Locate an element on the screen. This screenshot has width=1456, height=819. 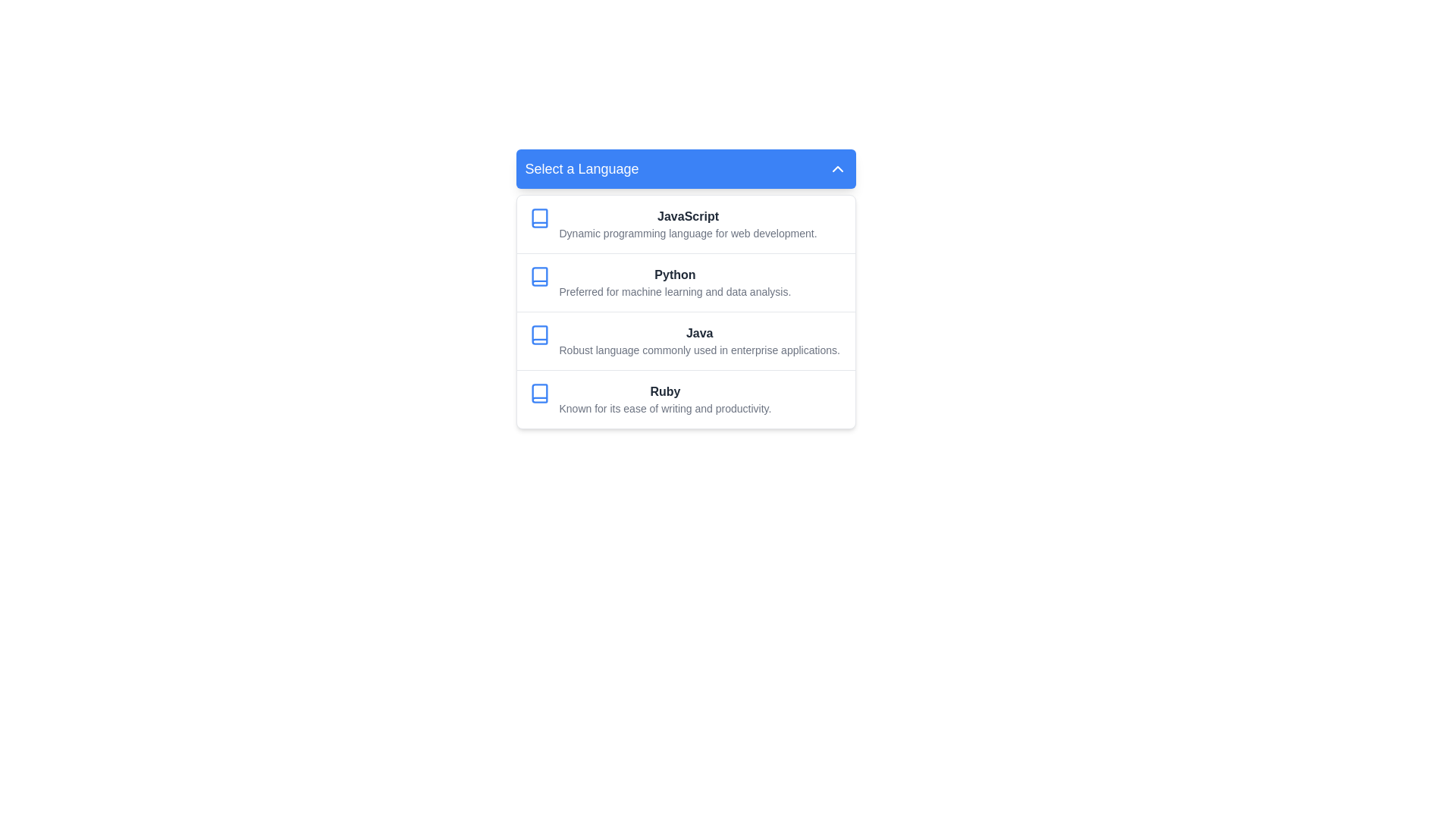
the second list item displaying 'Python' and its description is located at coordinates (685, 282).